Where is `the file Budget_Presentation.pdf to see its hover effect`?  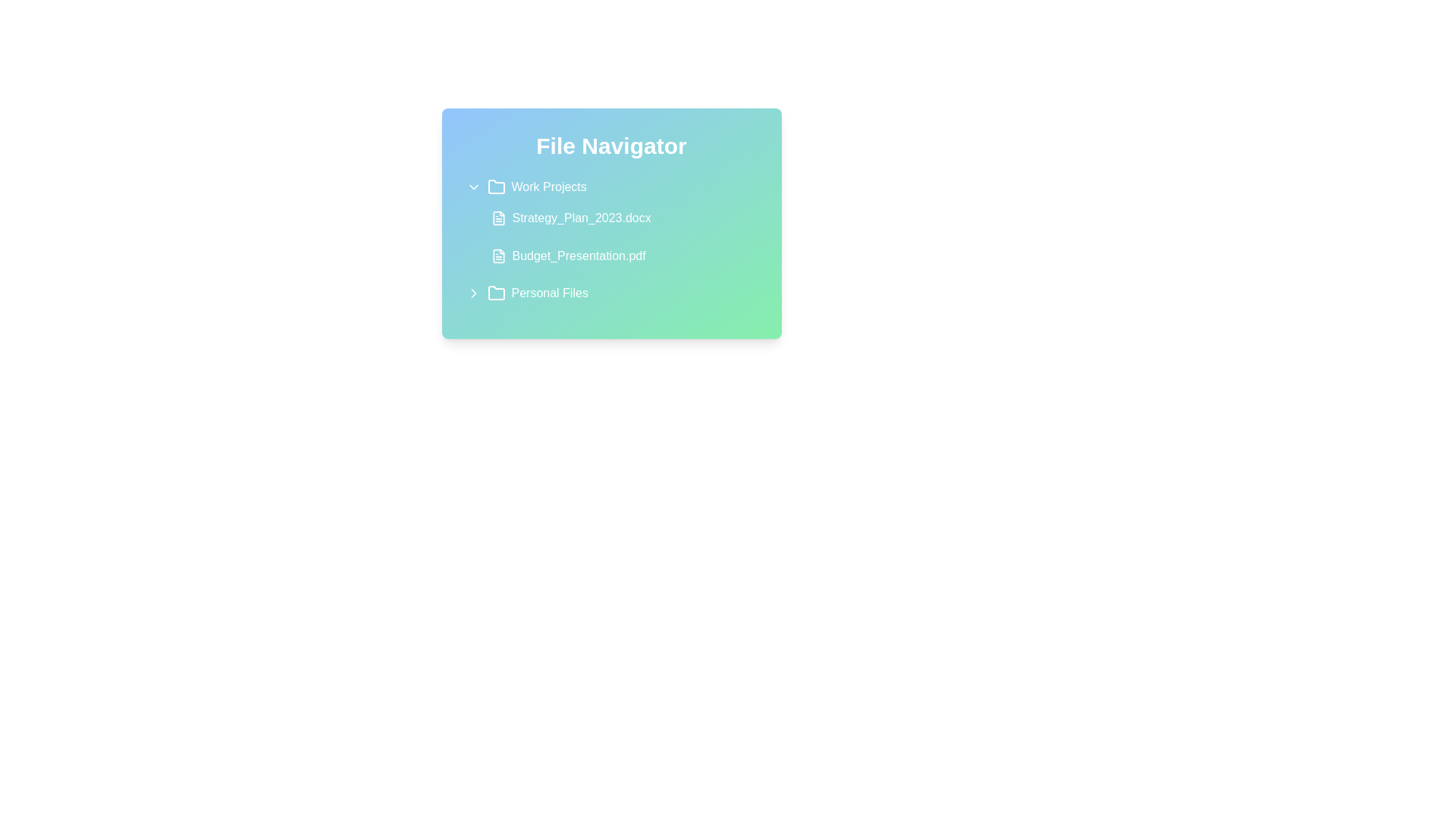 the file Budget_Presentation.pdf to see its hover effect is located at coordinates (620, 256).